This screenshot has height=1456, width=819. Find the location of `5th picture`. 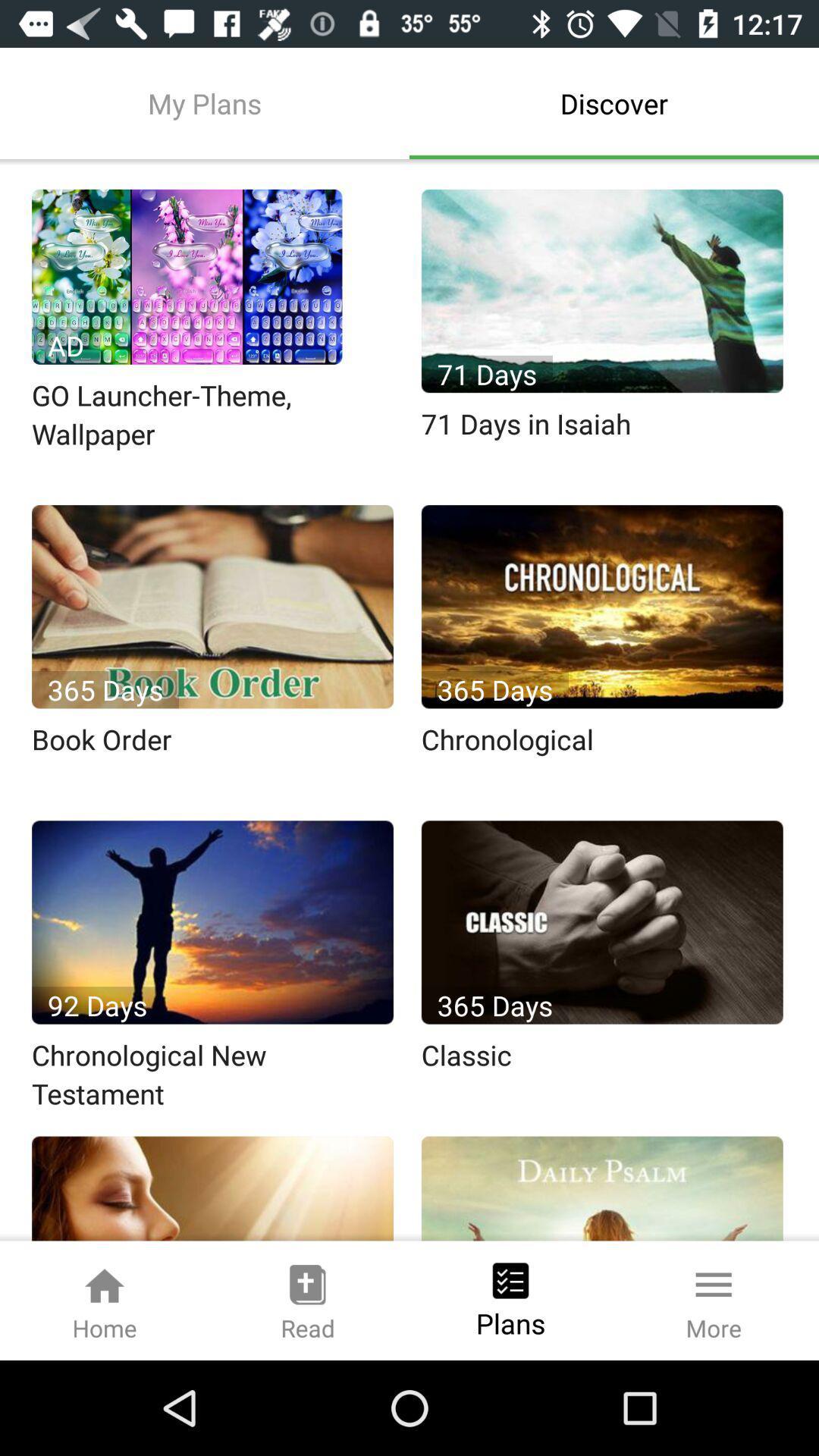

5th picture is located at coordinates (212, 921).